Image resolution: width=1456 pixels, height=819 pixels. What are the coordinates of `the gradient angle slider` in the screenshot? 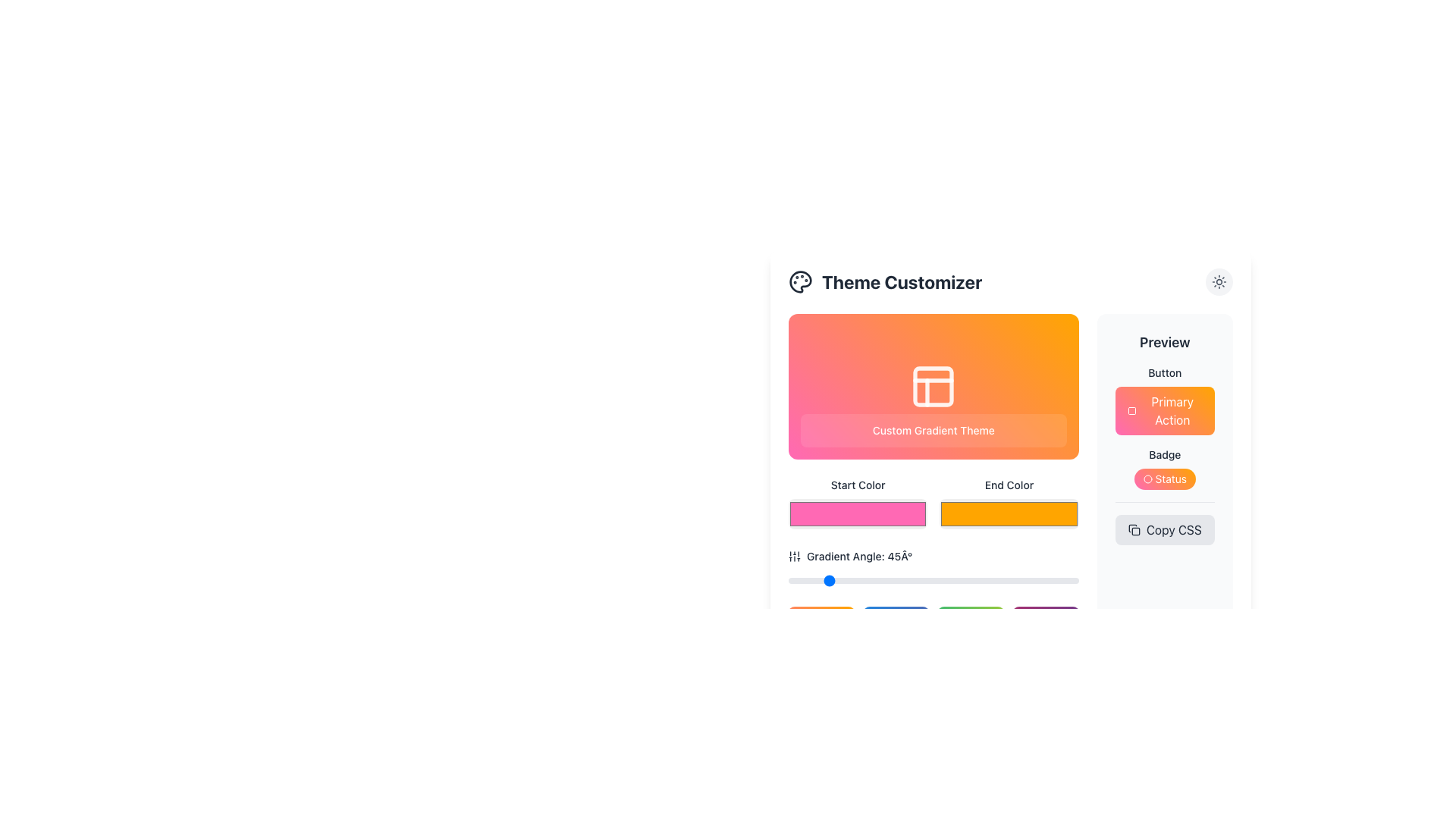 It's located at (873, 580).